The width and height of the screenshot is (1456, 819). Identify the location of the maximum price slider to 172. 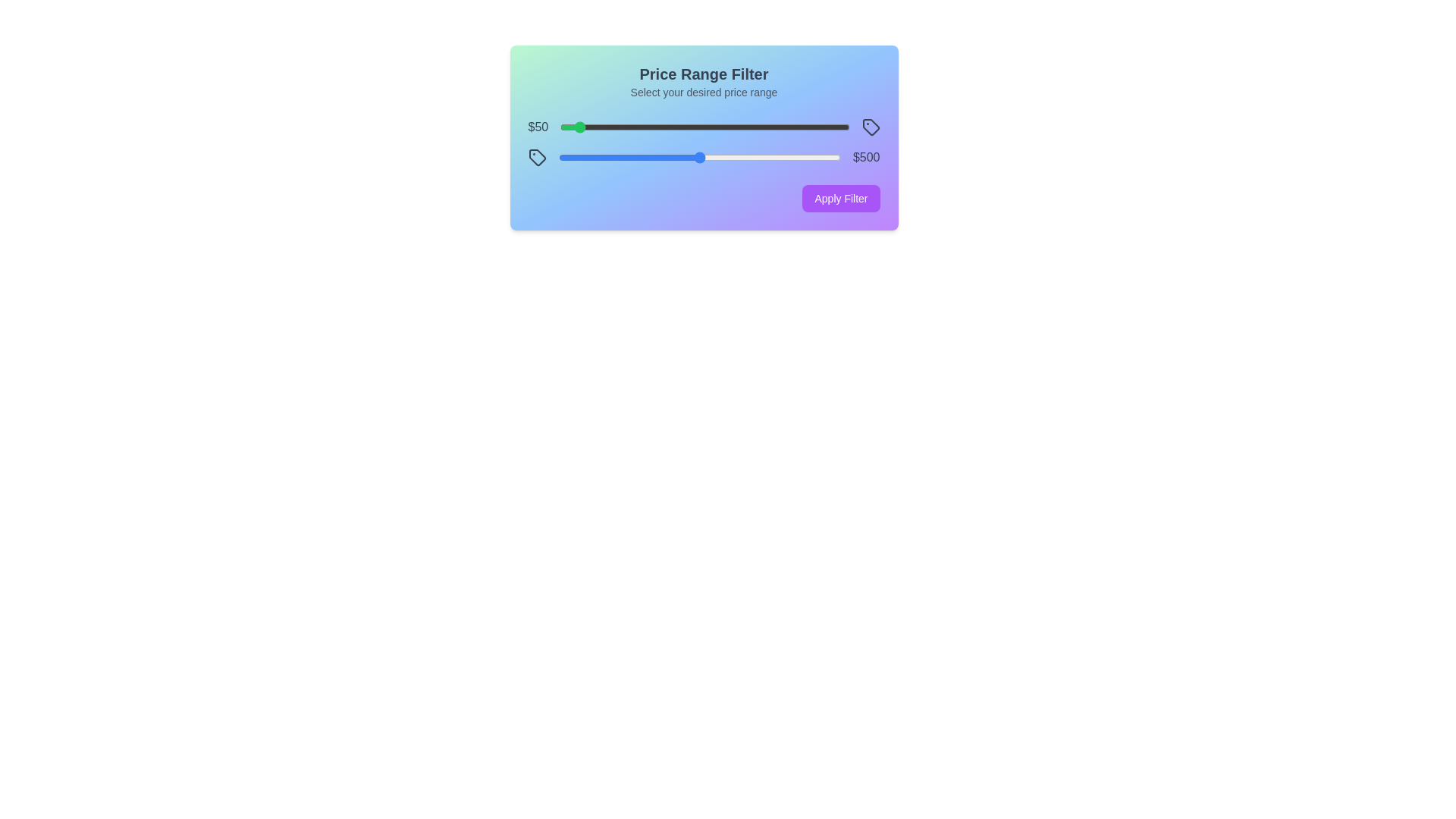
(607, 158).